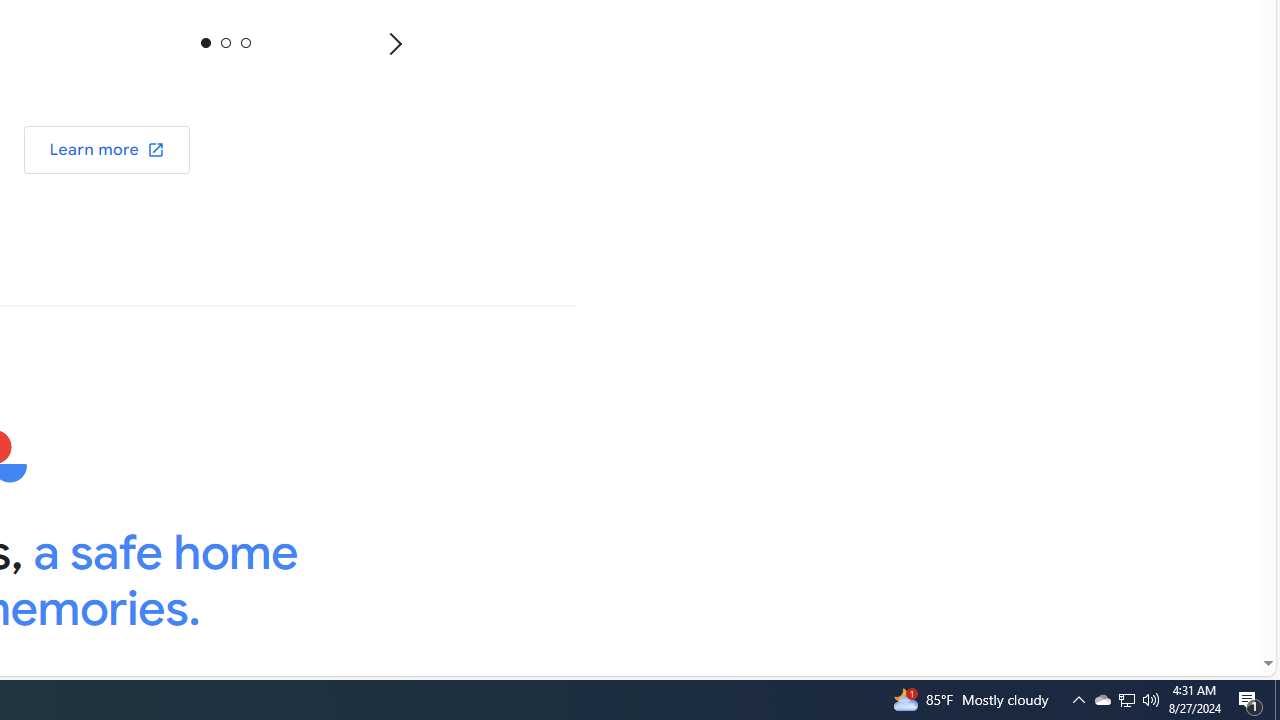  I want to click on '0', so click(206, 42).